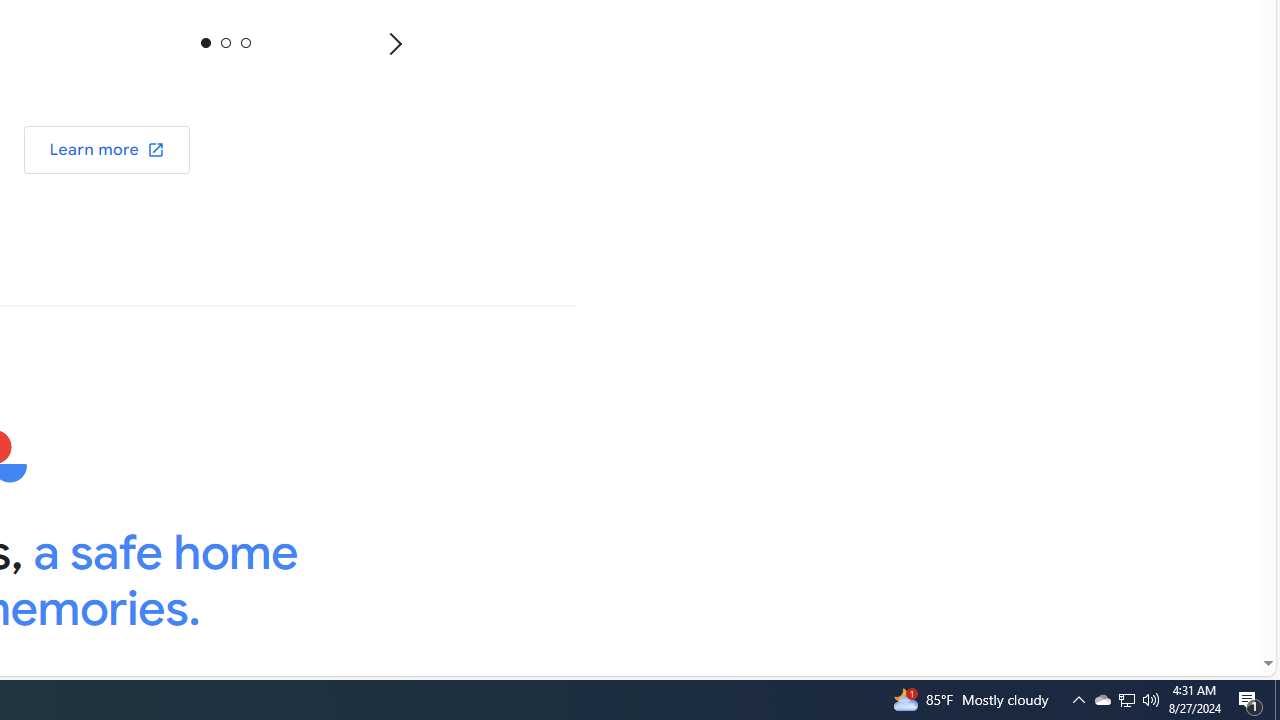  I want to click on '0', so click(206, 42).